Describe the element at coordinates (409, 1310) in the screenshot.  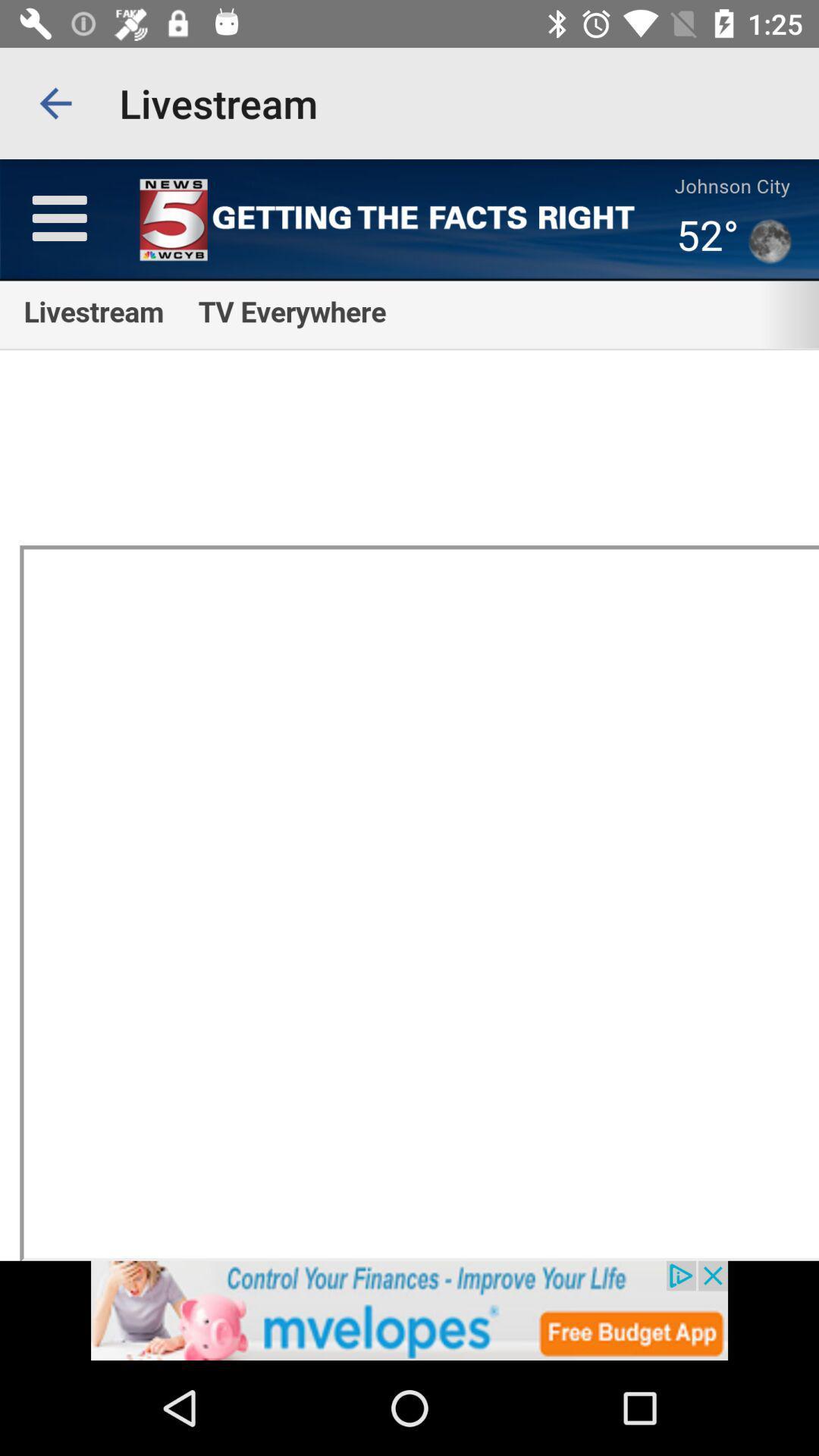
I see `advertisement` at that location.